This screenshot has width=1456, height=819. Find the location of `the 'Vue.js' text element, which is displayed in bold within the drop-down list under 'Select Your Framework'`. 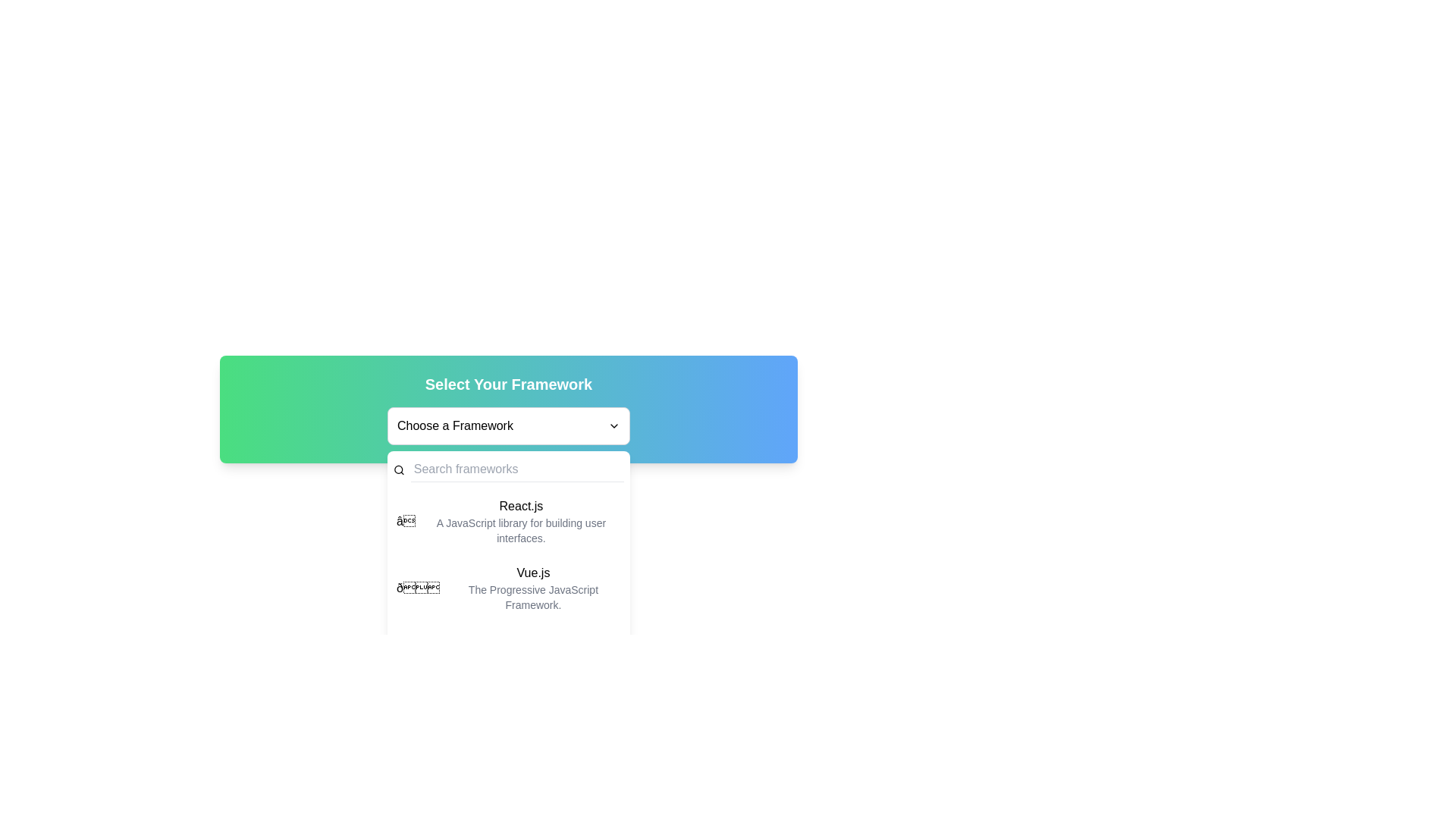

the 'Vue.js' text element, which is displayed in bold within the drop-down list under 'Select Your Framework' is located at coordinates (533, 573).